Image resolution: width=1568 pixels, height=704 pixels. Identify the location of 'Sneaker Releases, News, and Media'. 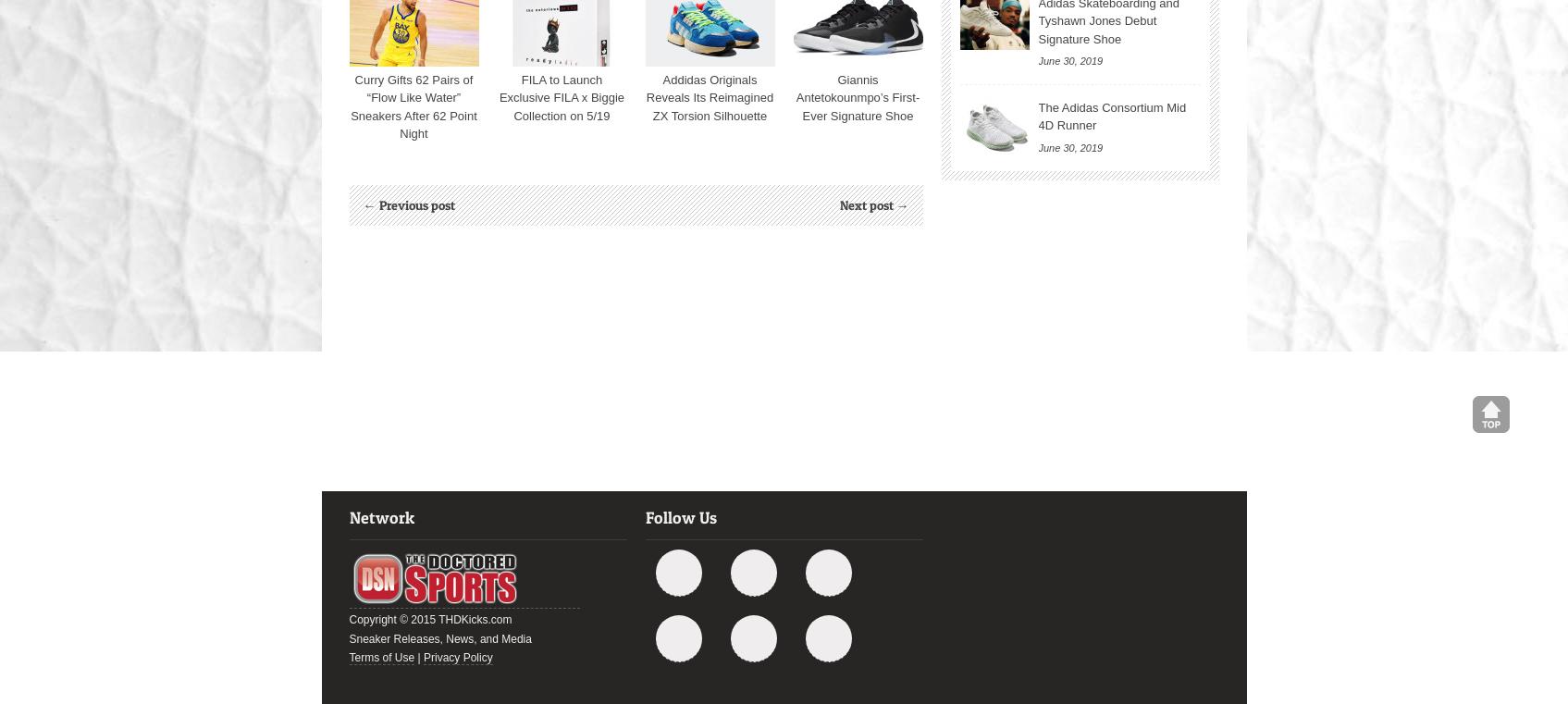
(347, 637).